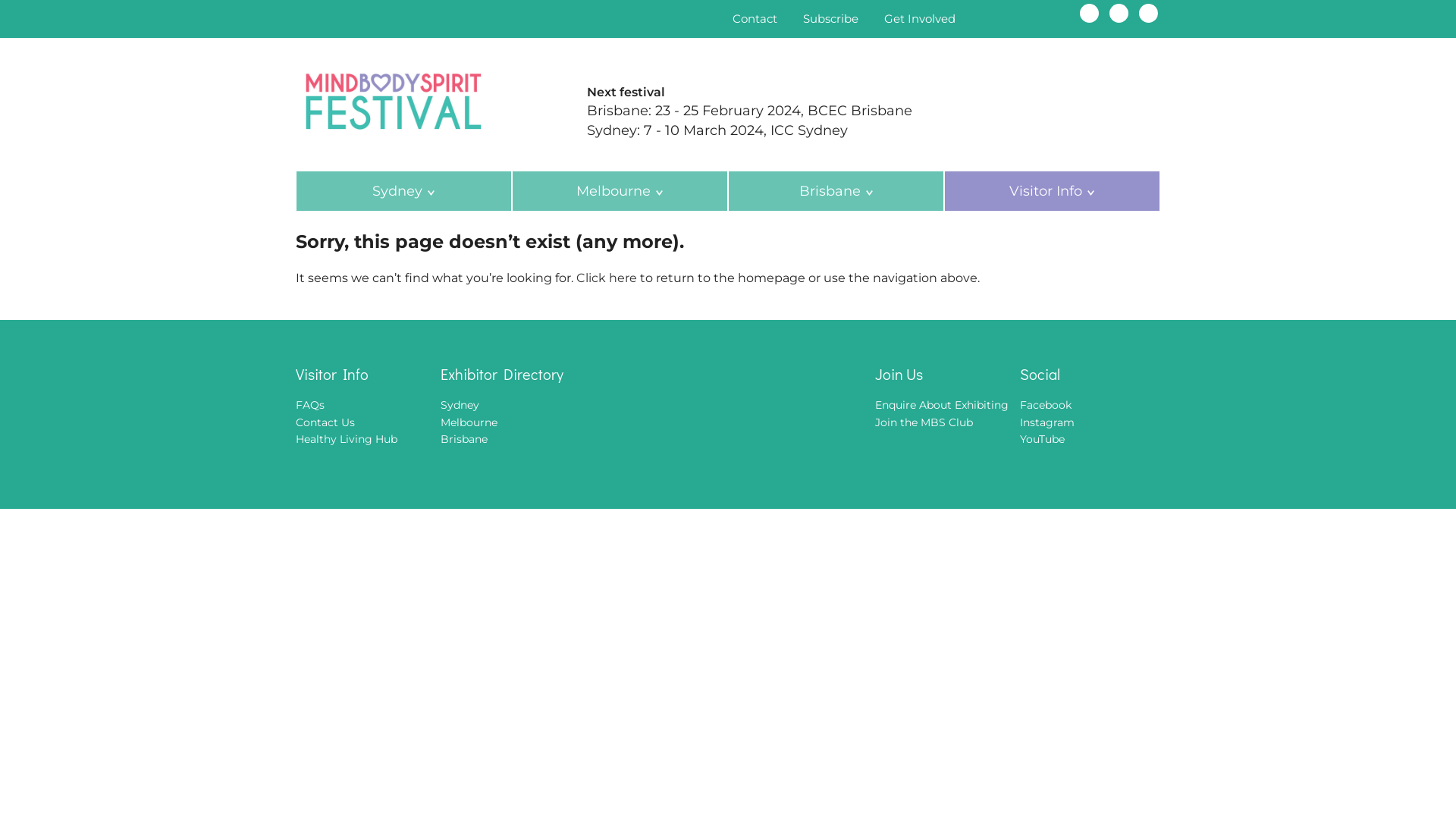  Describe the element at coordinates (1041, 438) in the screenshot. I see `'YouTube'` at that location.